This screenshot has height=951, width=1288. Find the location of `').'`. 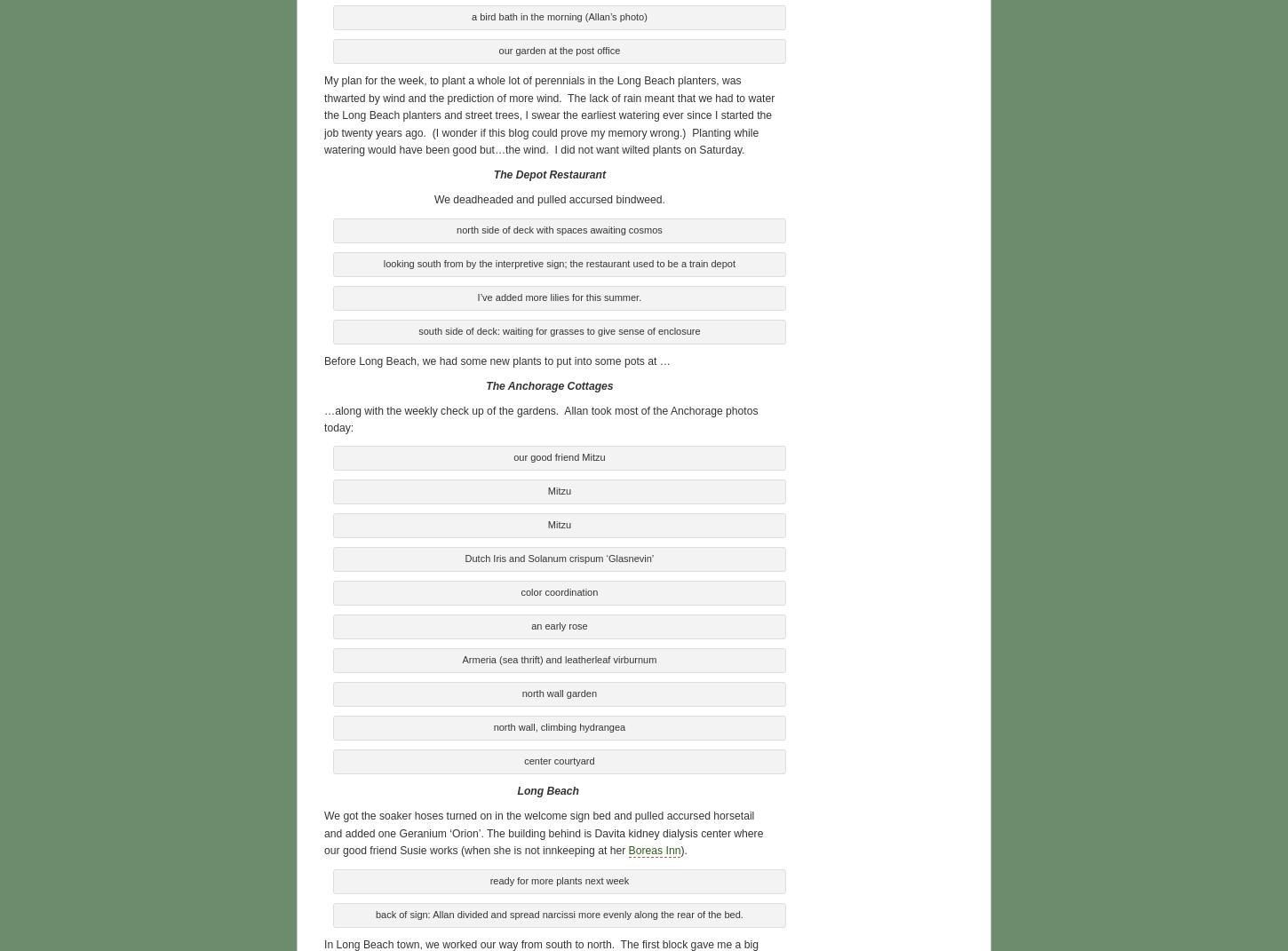

').' is located at coordinates (683, 847).